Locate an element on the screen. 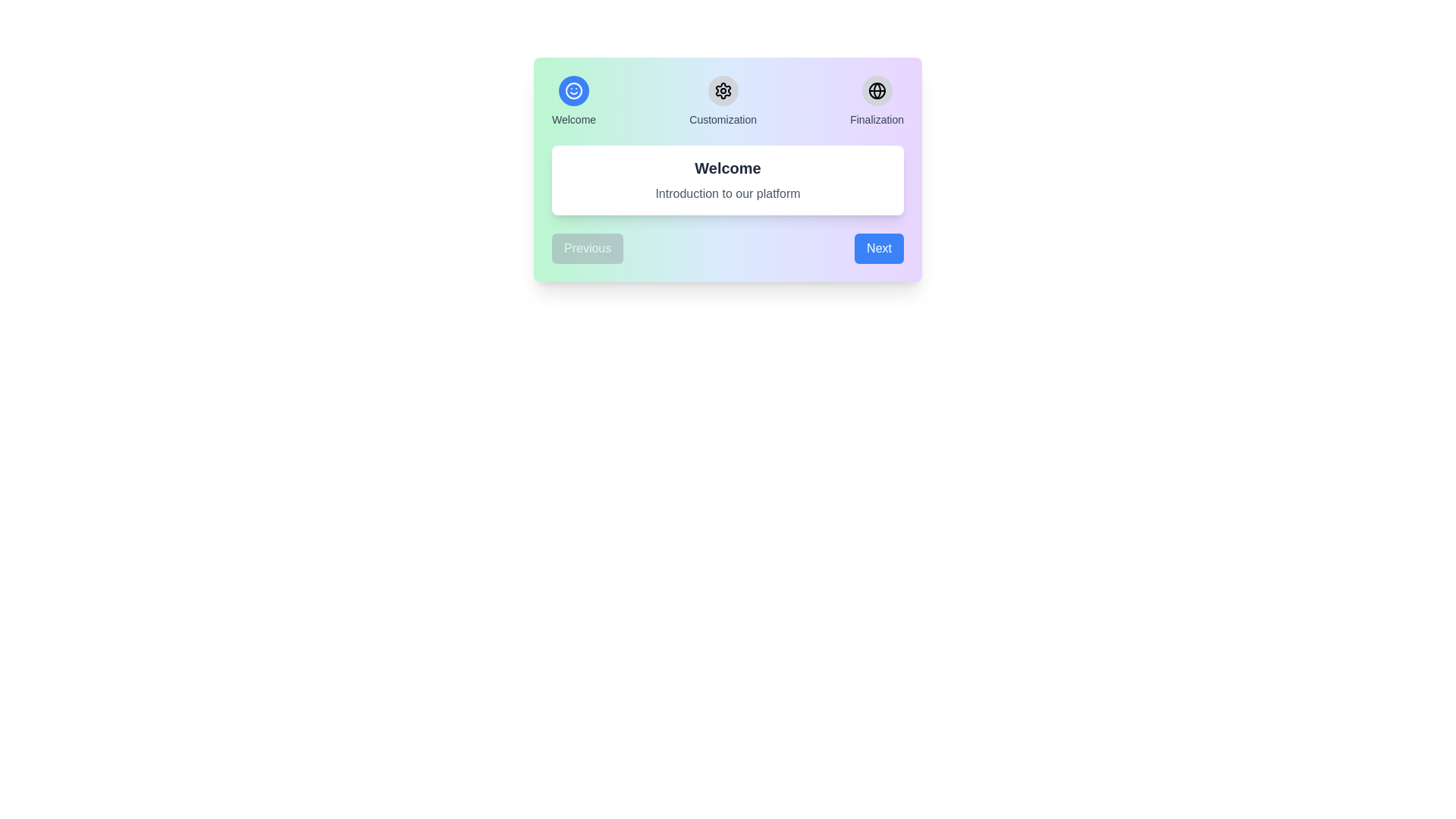 This screenshot has width=1456, height=819. the 'Previous' button is located at coordinates (587, 247).